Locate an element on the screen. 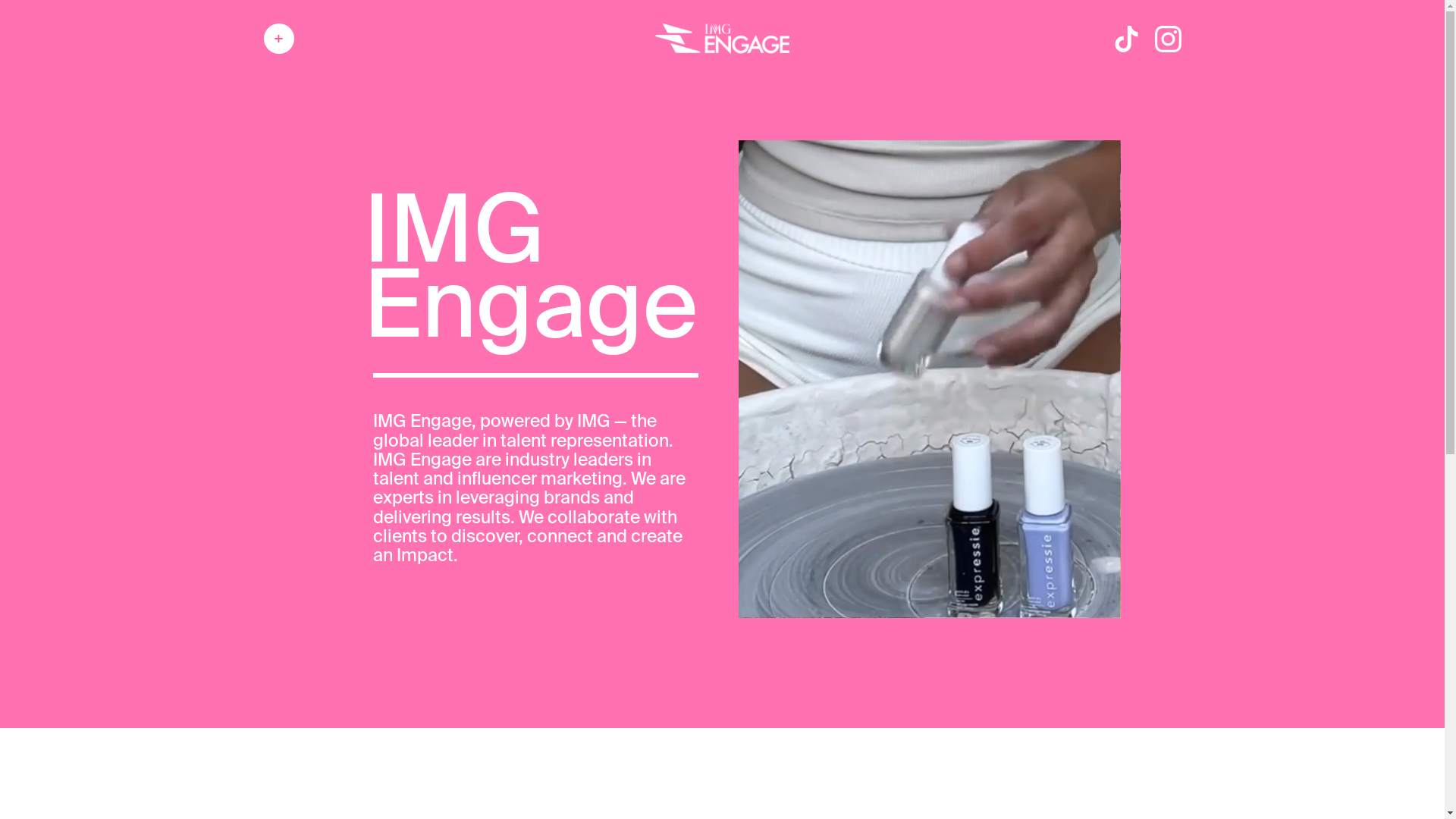 This screenshot has height=819, width=1456. '+' is located at coordinates (279, 37).